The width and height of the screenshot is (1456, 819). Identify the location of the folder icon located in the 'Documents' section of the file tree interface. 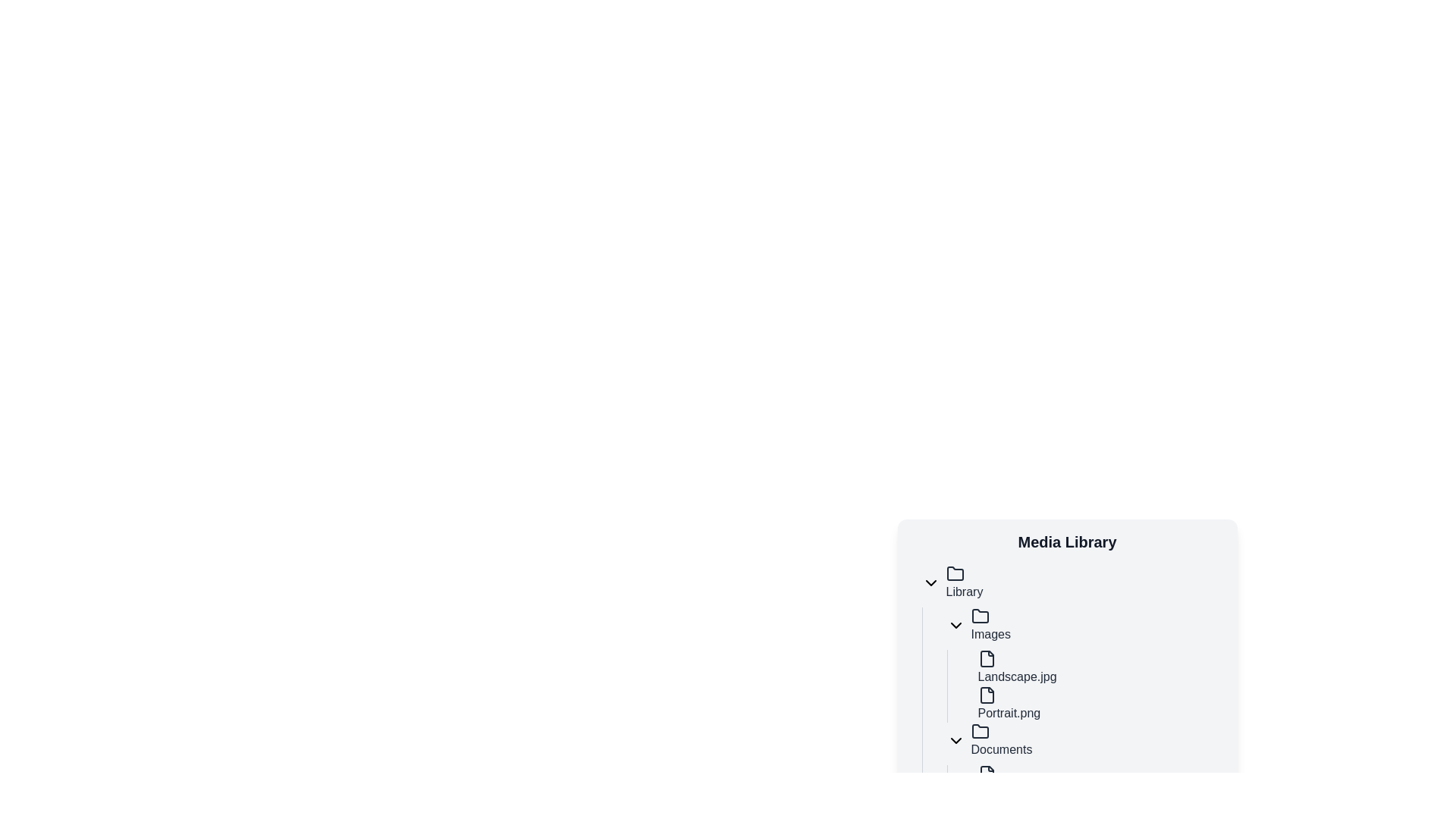
(980, 730).